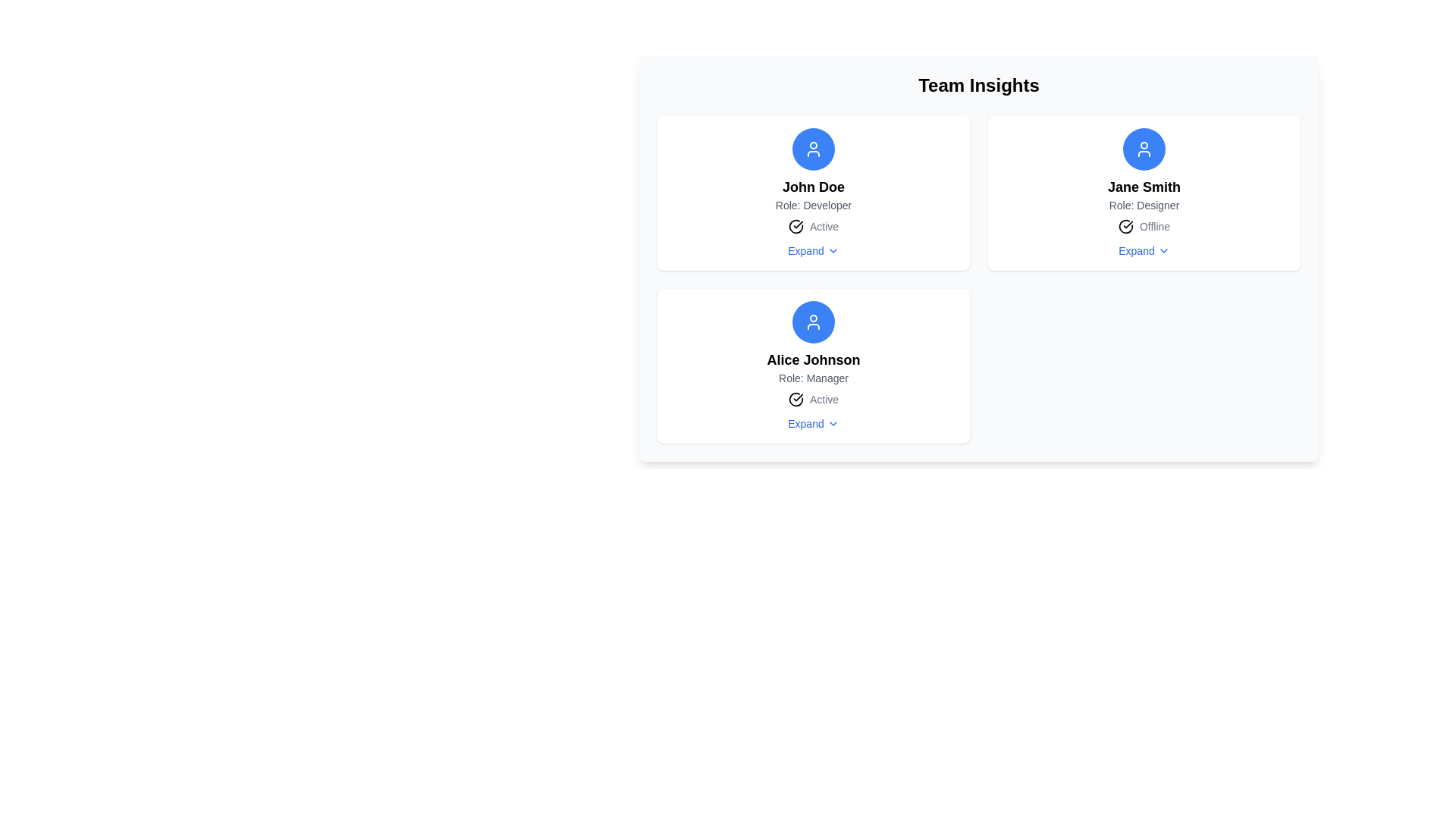  What do you see at coordinates (1163, 250) in the screenshot?
I see `the small downward-facing chevron icon next to the word 'Expand' in the card for 'Jane Smith'` at bounding box center [1163, 250].